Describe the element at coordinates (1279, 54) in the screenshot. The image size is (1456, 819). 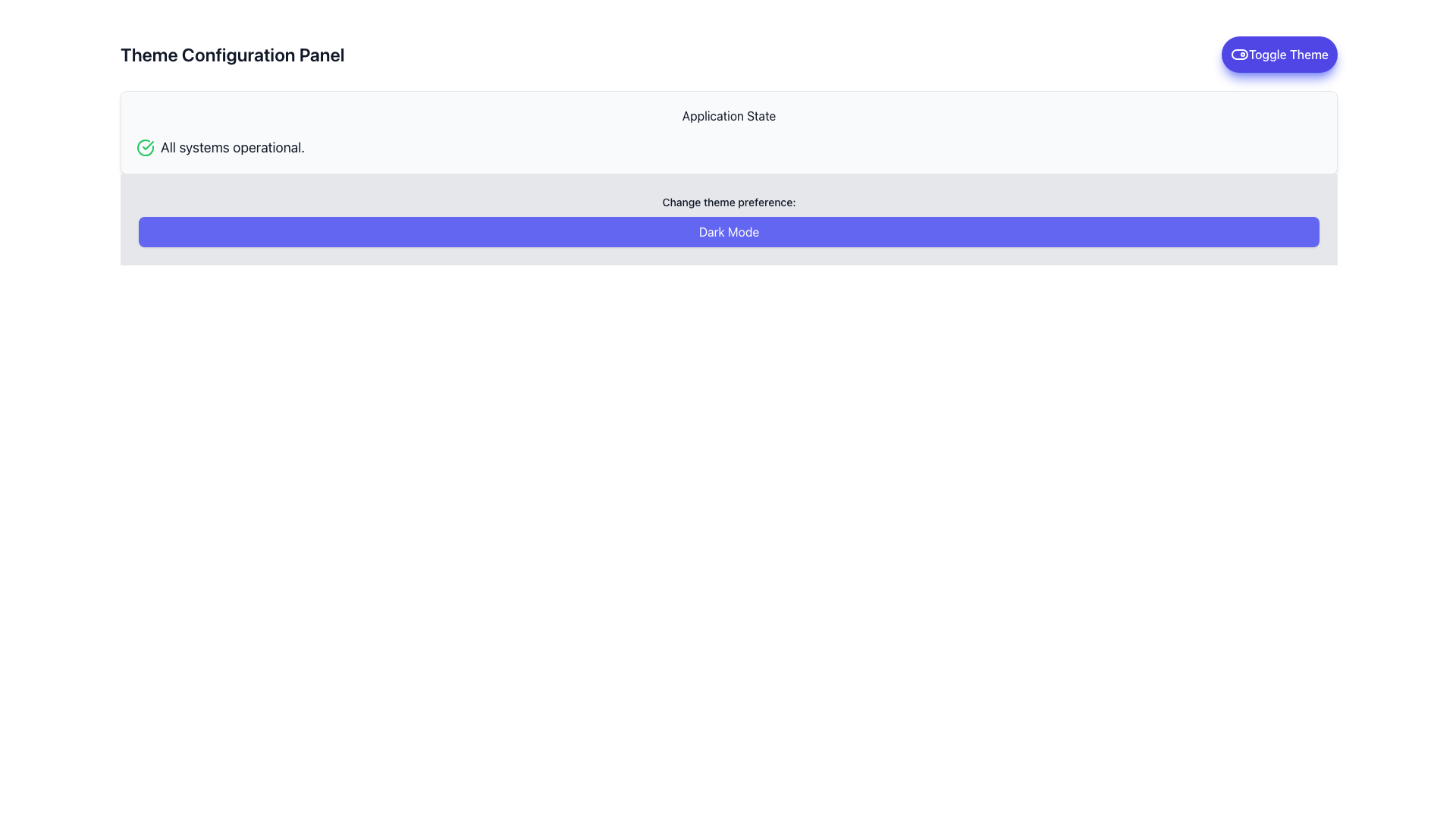
I see `the theme toggle button located in the top-right corner of the interface, aligned with the header labeled 'Theme Configuration Panel', to switch between light and dark modes` at that location.